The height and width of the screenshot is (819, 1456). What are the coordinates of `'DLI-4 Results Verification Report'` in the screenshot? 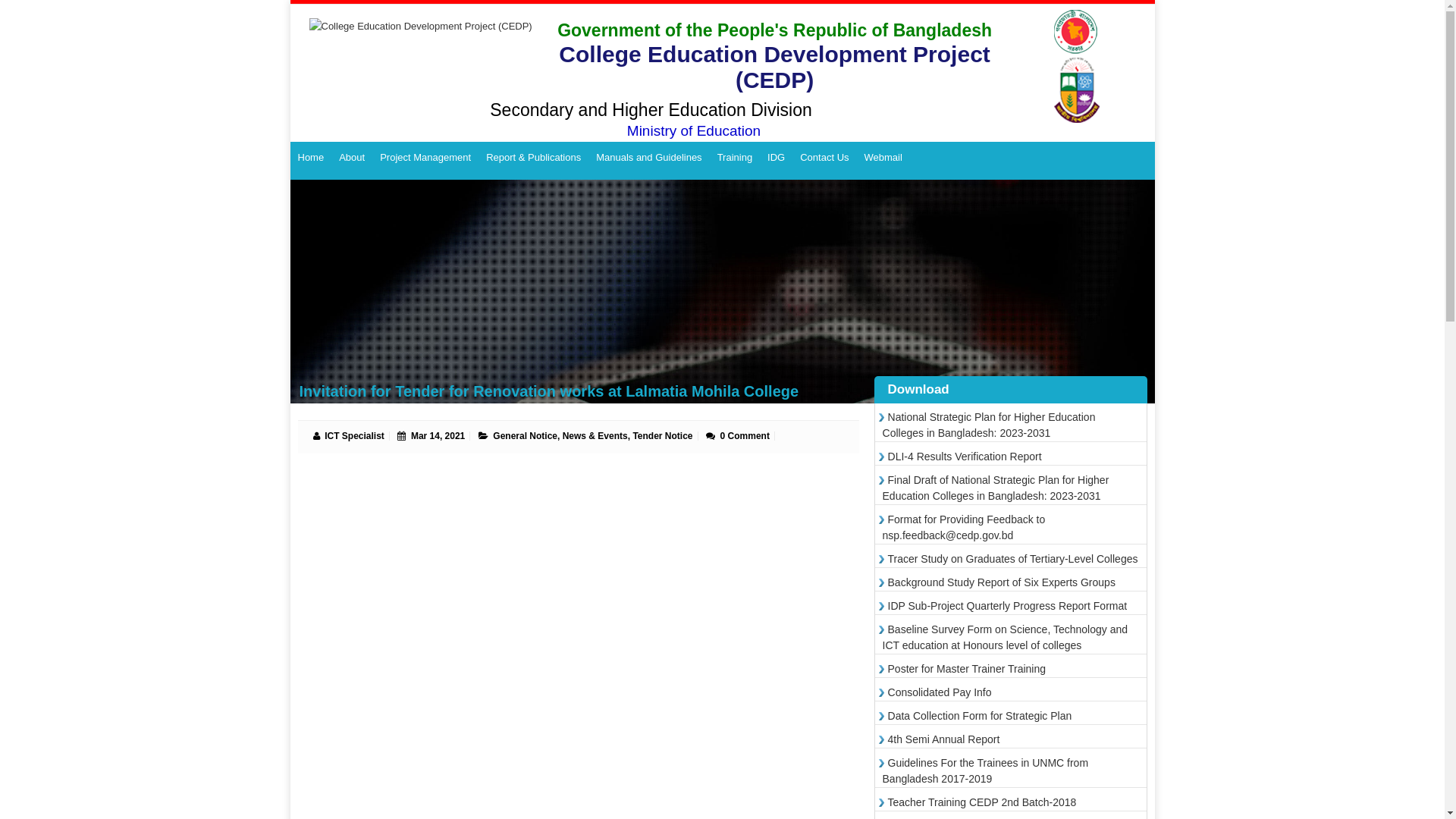 It's located at (961, 455).